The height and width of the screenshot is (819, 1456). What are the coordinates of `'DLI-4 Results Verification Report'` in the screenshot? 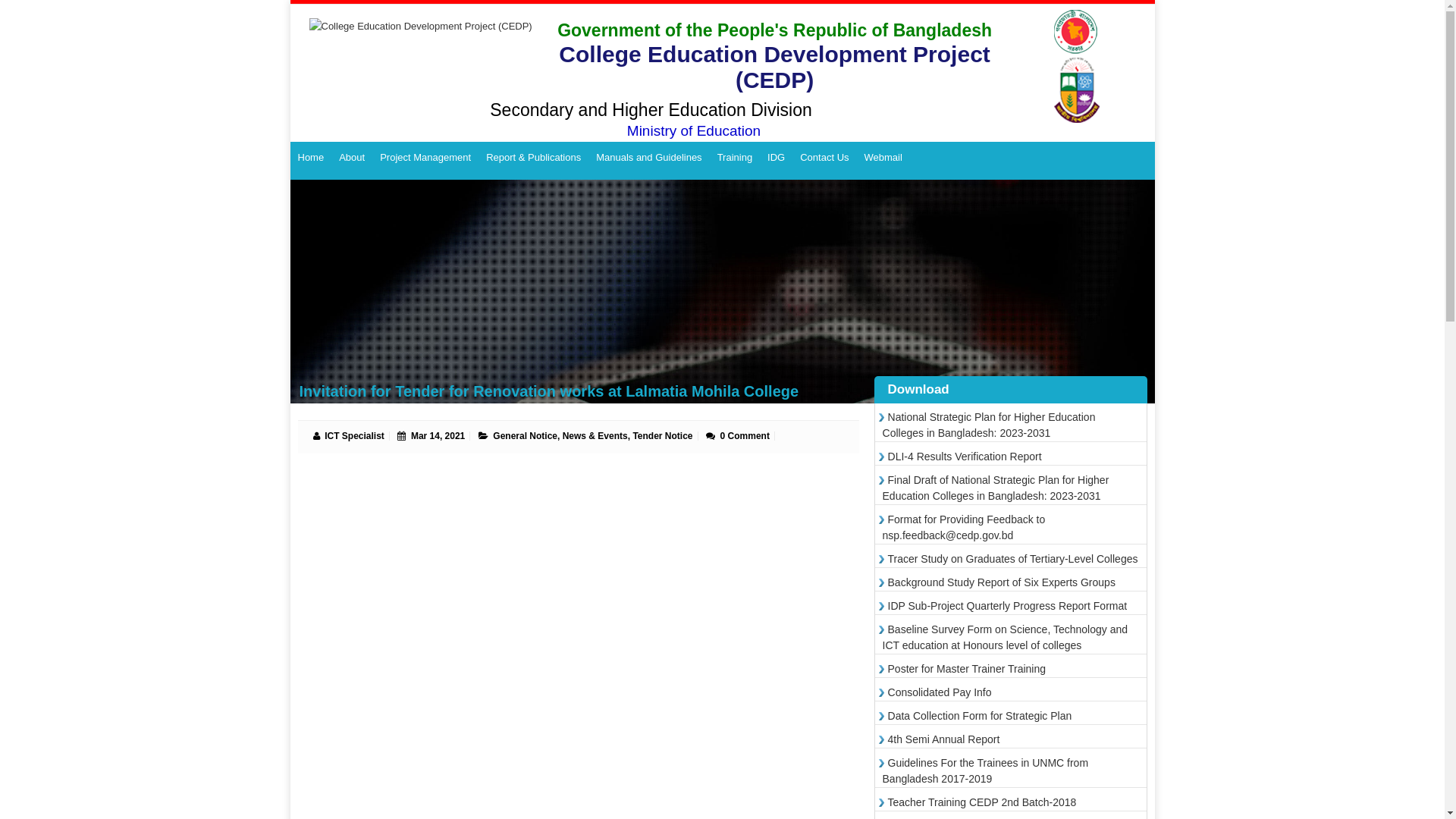 It's located at (961, 455).